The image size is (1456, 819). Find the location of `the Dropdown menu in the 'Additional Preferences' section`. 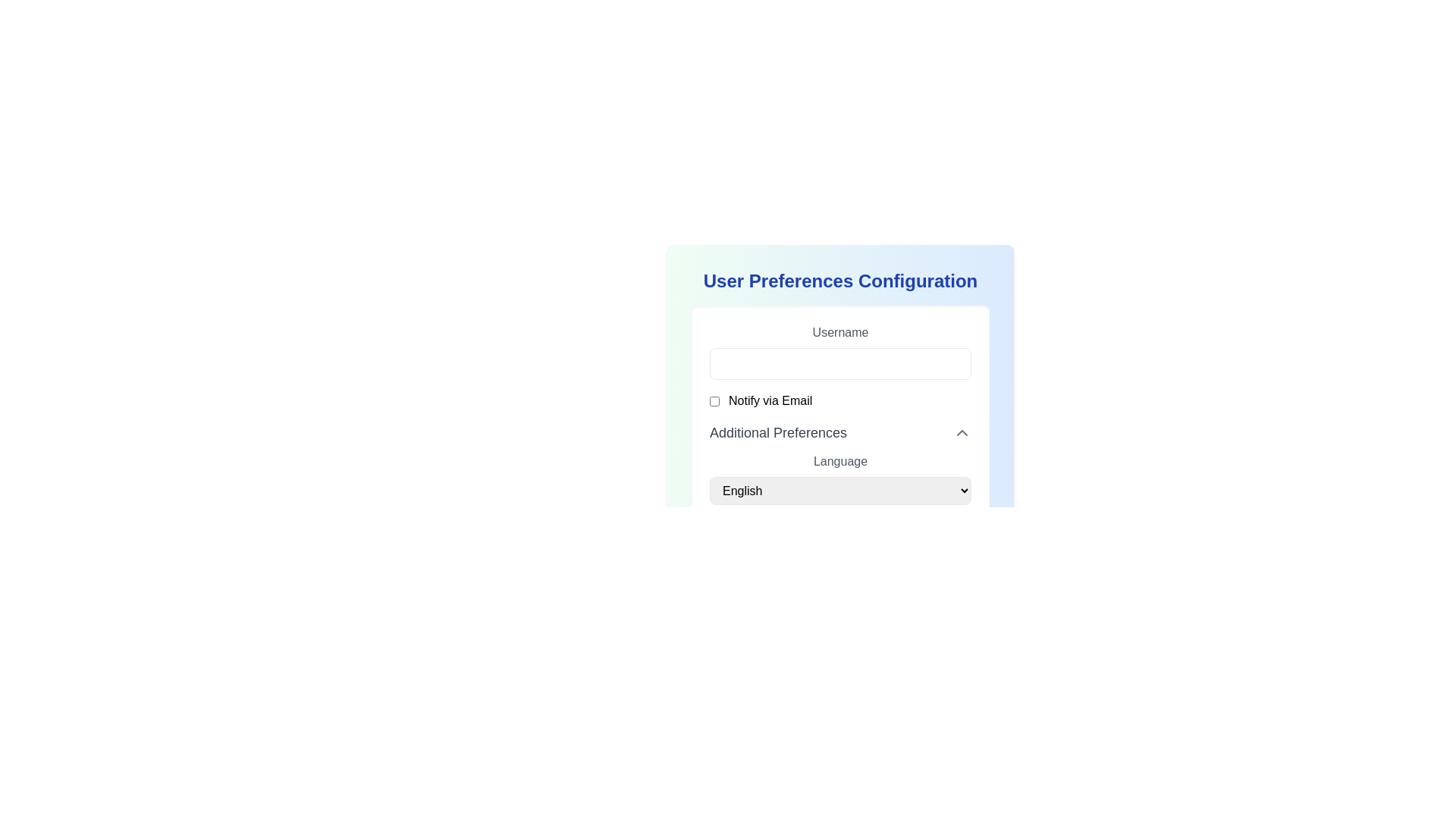

the Dropdown menu in the 'Additional Preferences' section is located at coordinates (839, 479).